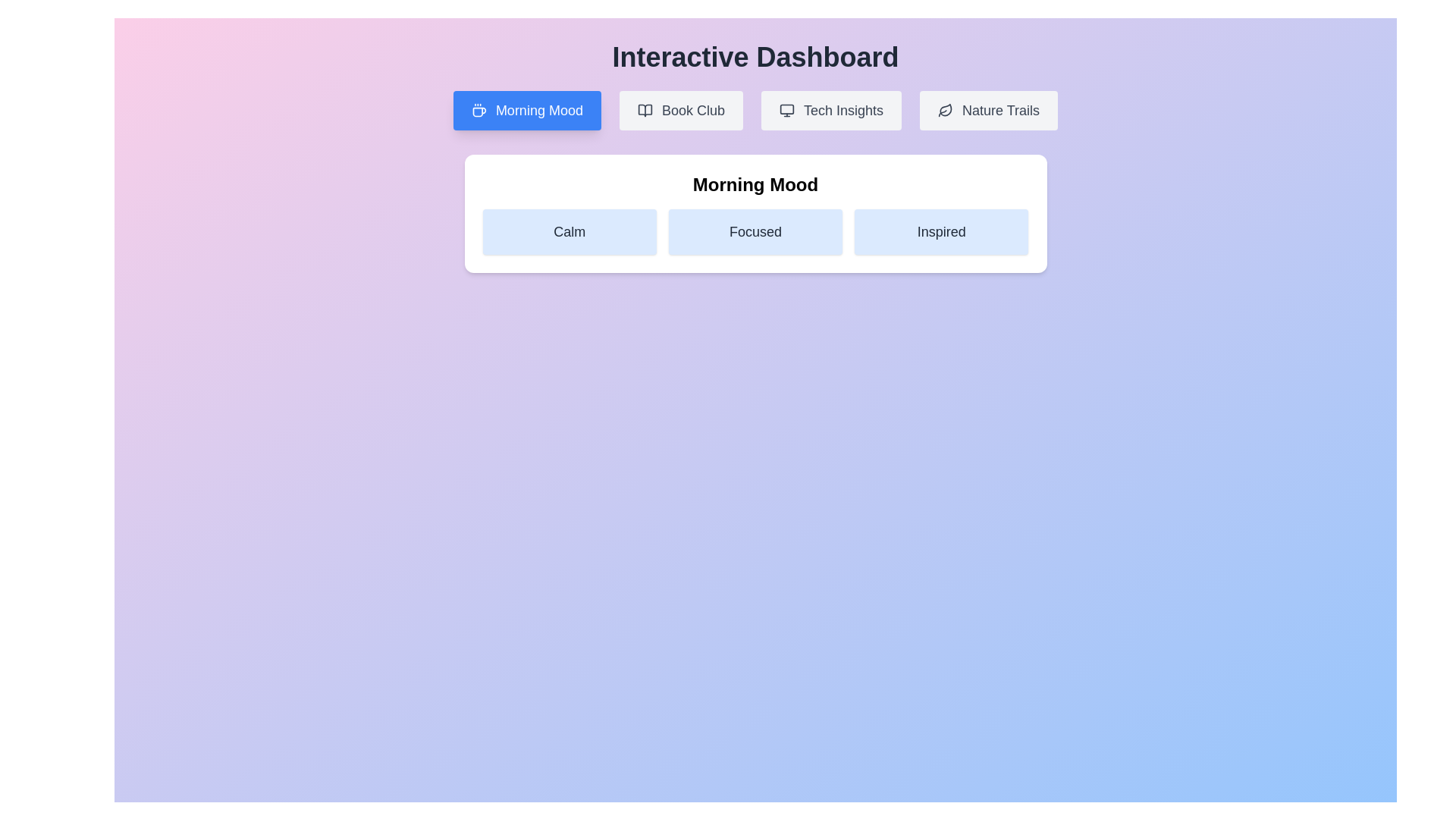 The height and width of the screenshot is (819, 1456). What do you see at coordinates (645, 110) in the screenshot?
I see `the graphical icon resembling an open book, part of the 'Book Club' button in the navigation bar` at bounding box center [645, 110].